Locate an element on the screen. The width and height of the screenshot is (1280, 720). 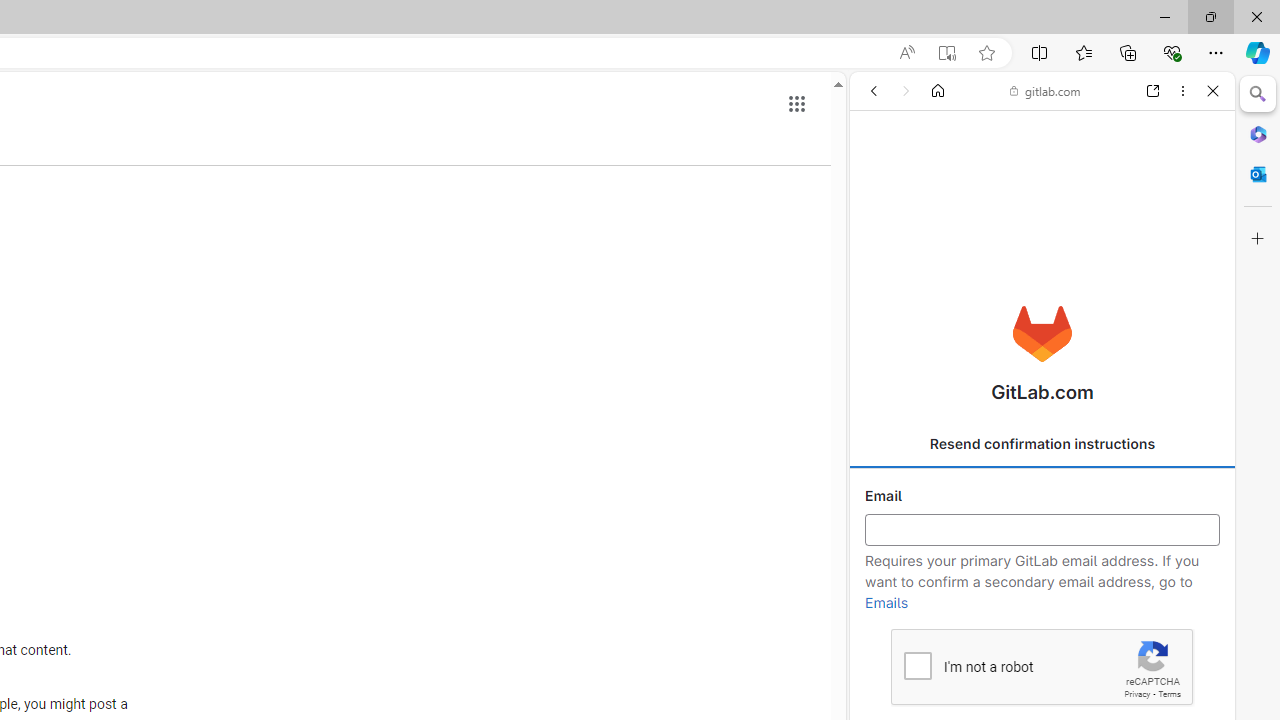
'Resend confirmation instructions' is located at coordinates (1041, 443).